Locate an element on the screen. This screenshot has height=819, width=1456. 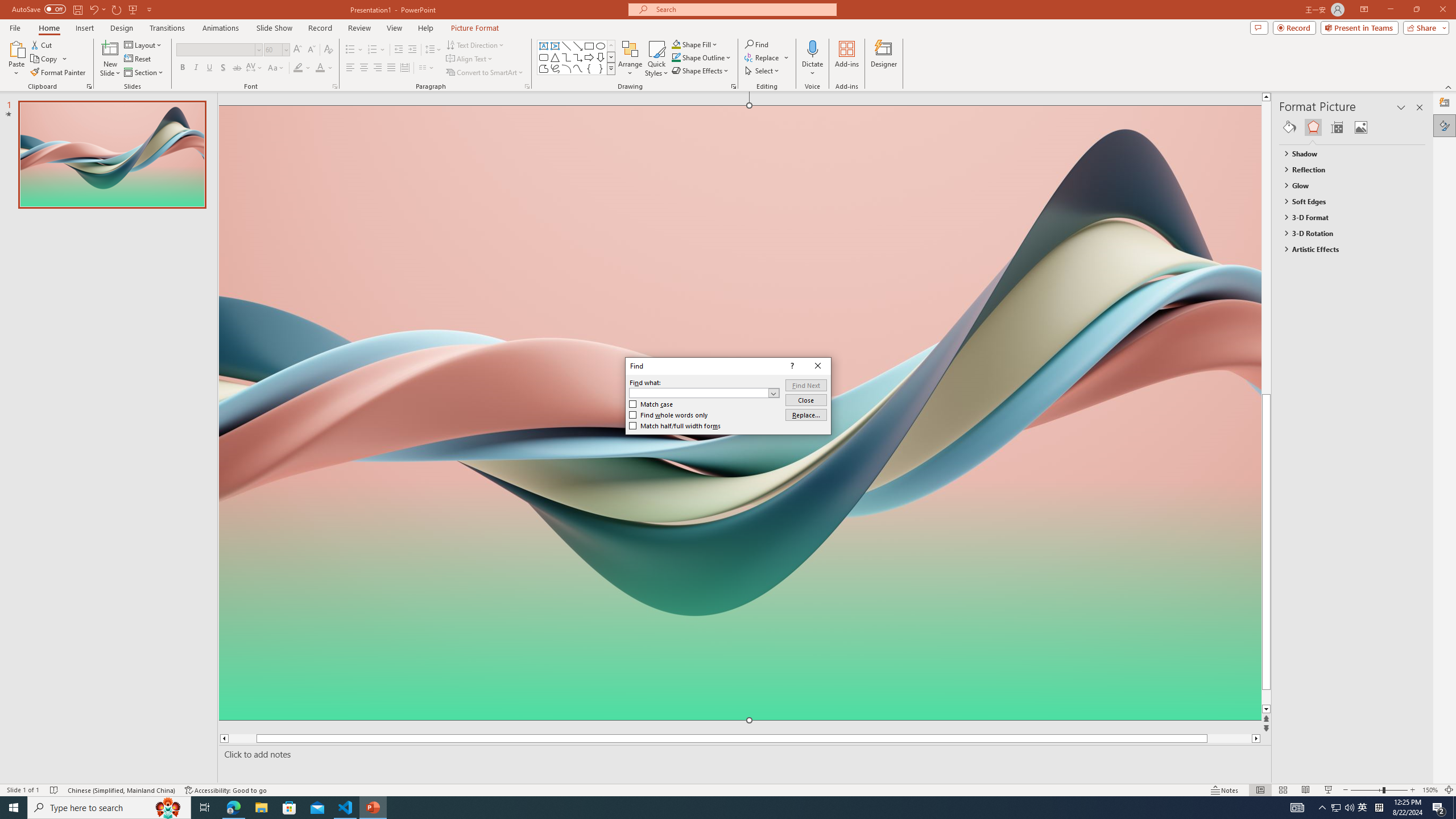
'Microsoft Edge - 1 running window' is located at coordinates (233, 806).